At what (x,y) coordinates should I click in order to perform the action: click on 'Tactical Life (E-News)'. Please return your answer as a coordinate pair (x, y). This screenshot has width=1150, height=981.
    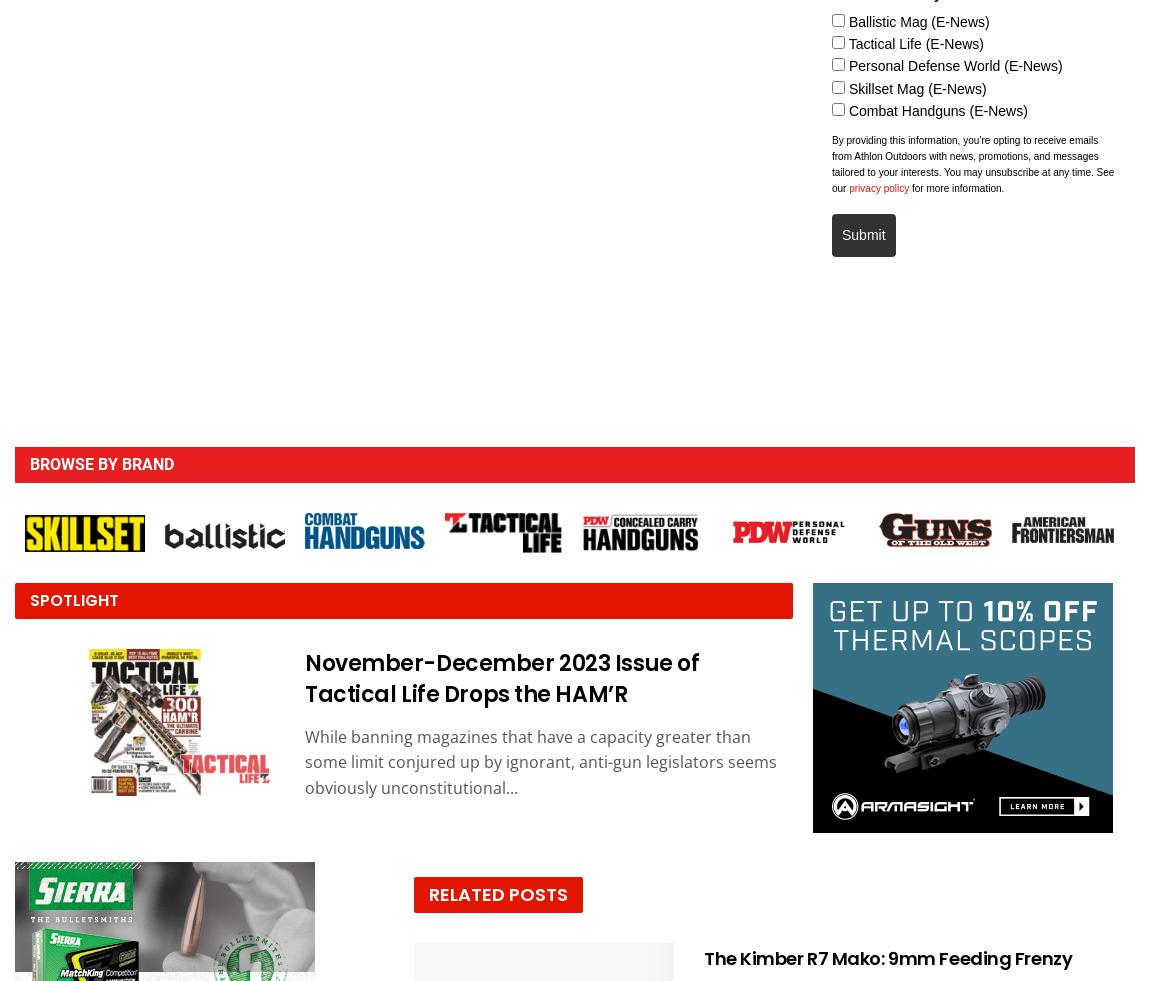
    Looking at the image, I should click on (847, 43).